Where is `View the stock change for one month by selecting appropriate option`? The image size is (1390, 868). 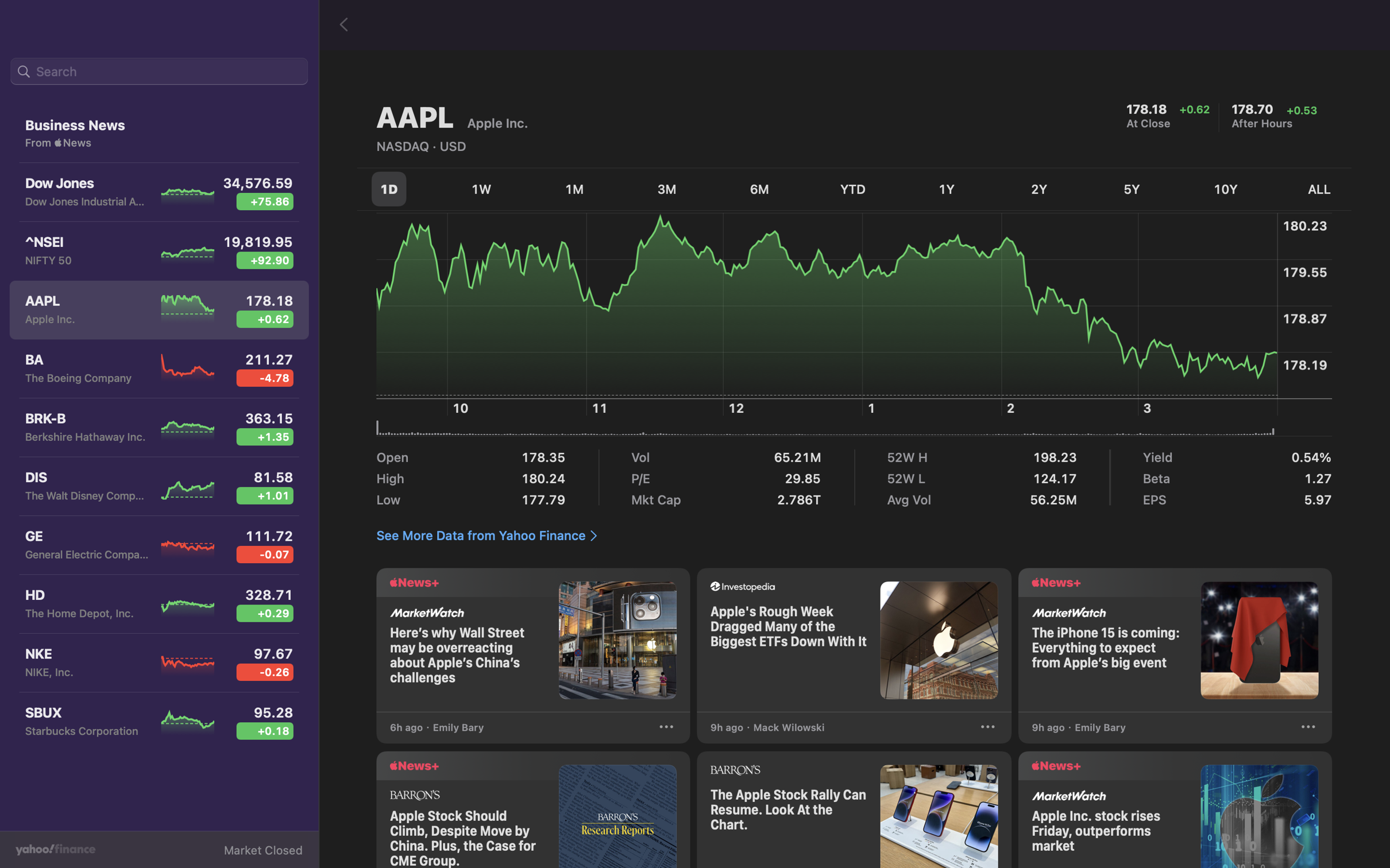
View the stock change for one month by selecting appropriate option is located at coordinates (576, 186).